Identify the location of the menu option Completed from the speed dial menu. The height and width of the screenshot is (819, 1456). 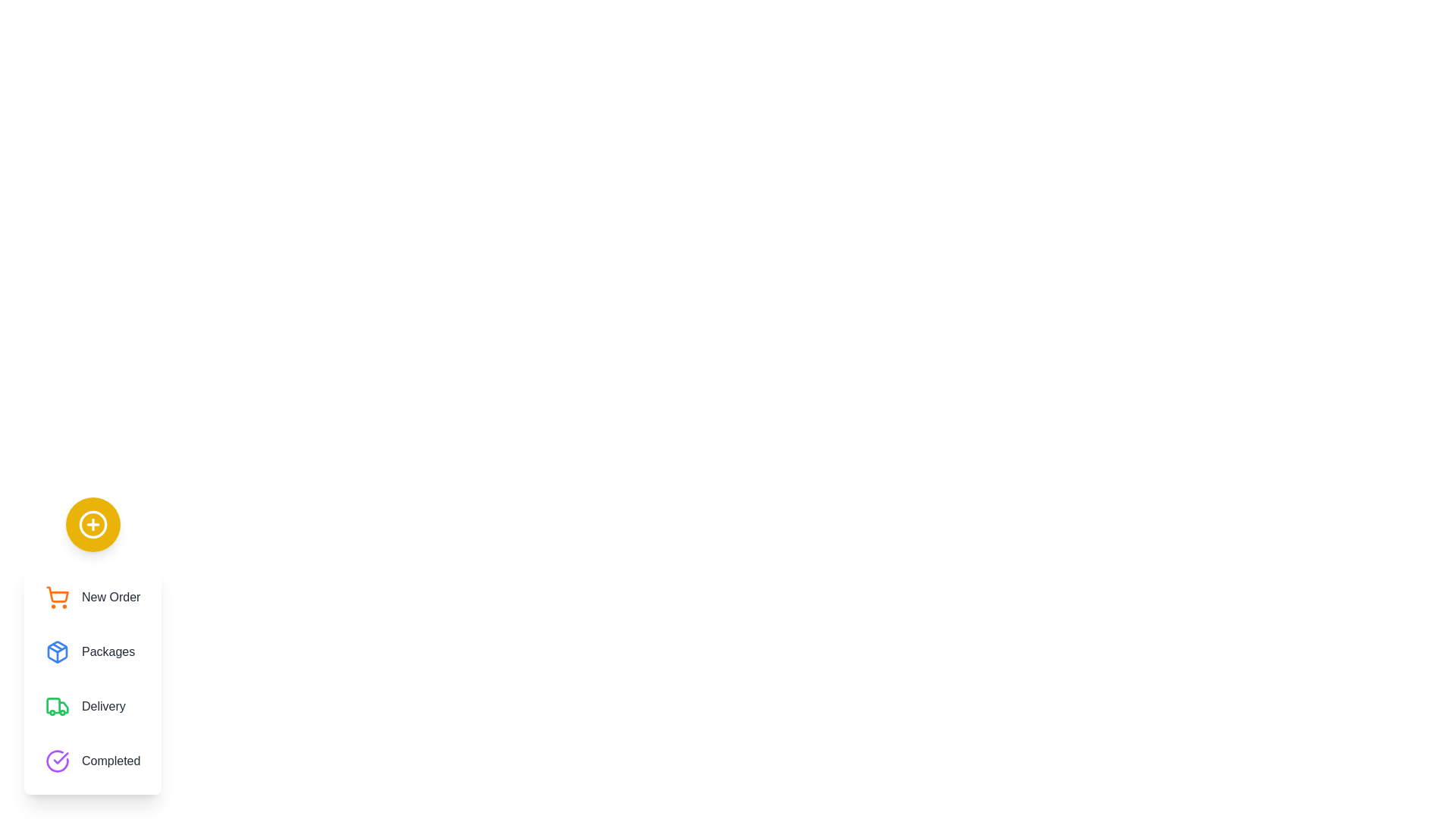
(92, 761).